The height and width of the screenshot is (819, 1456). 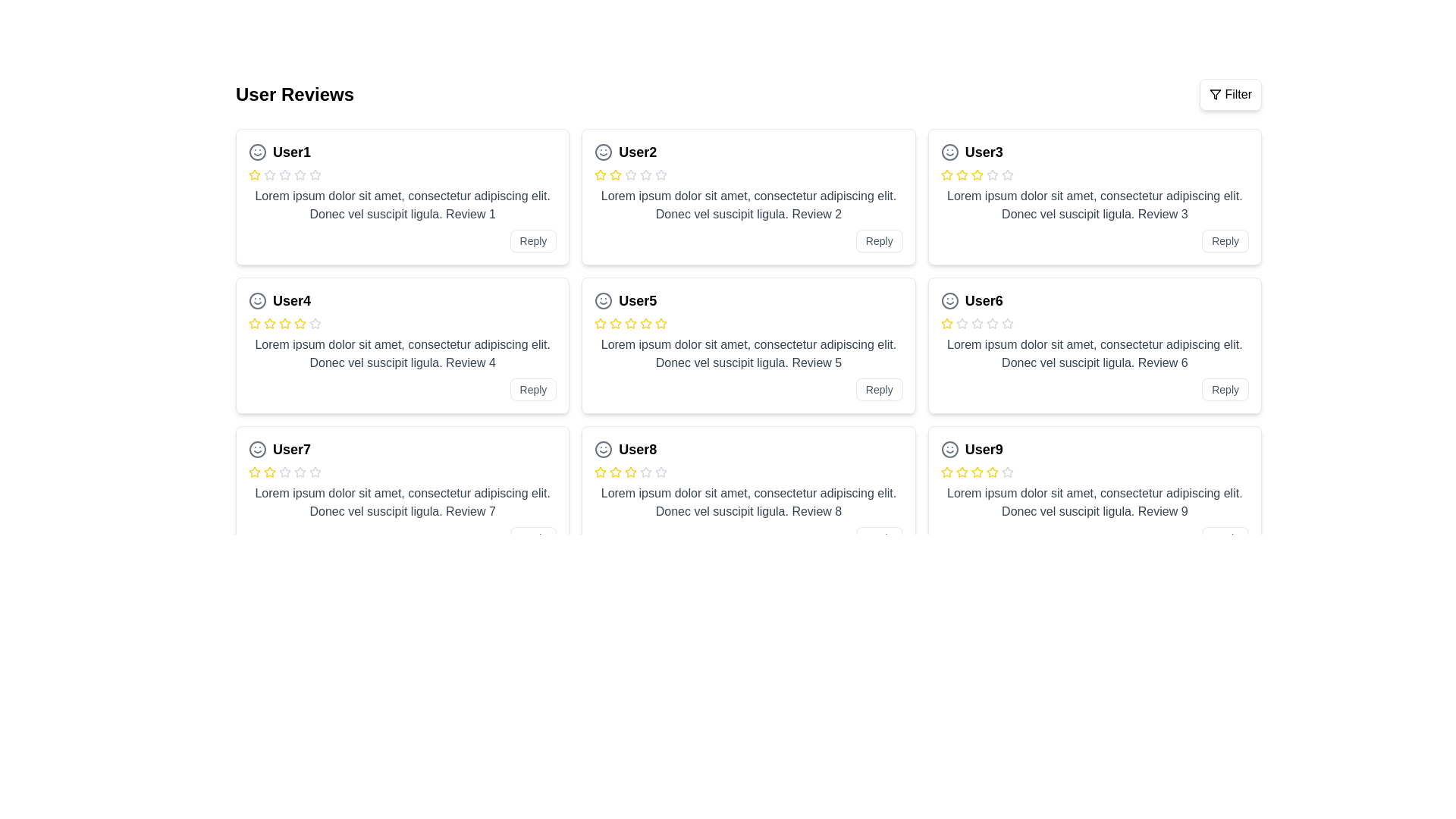 I want to click on the bold text label displaying 'User4', which is located in the second row, first column of a review card component, to the right of an icon and above a star rating, so click(x=291, y=301).